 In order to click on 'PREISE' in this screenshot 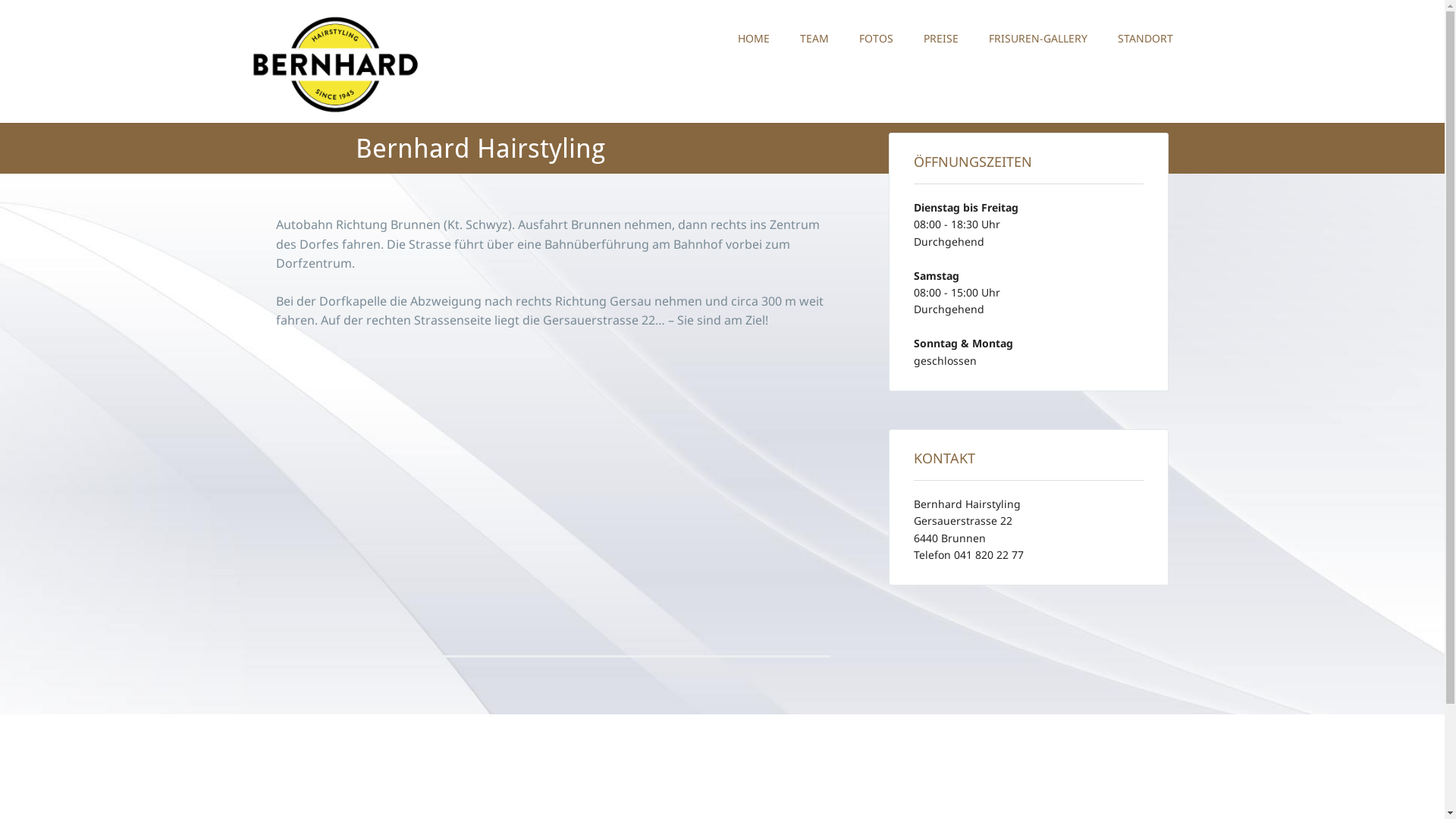, I will do `click(908, 37)`.